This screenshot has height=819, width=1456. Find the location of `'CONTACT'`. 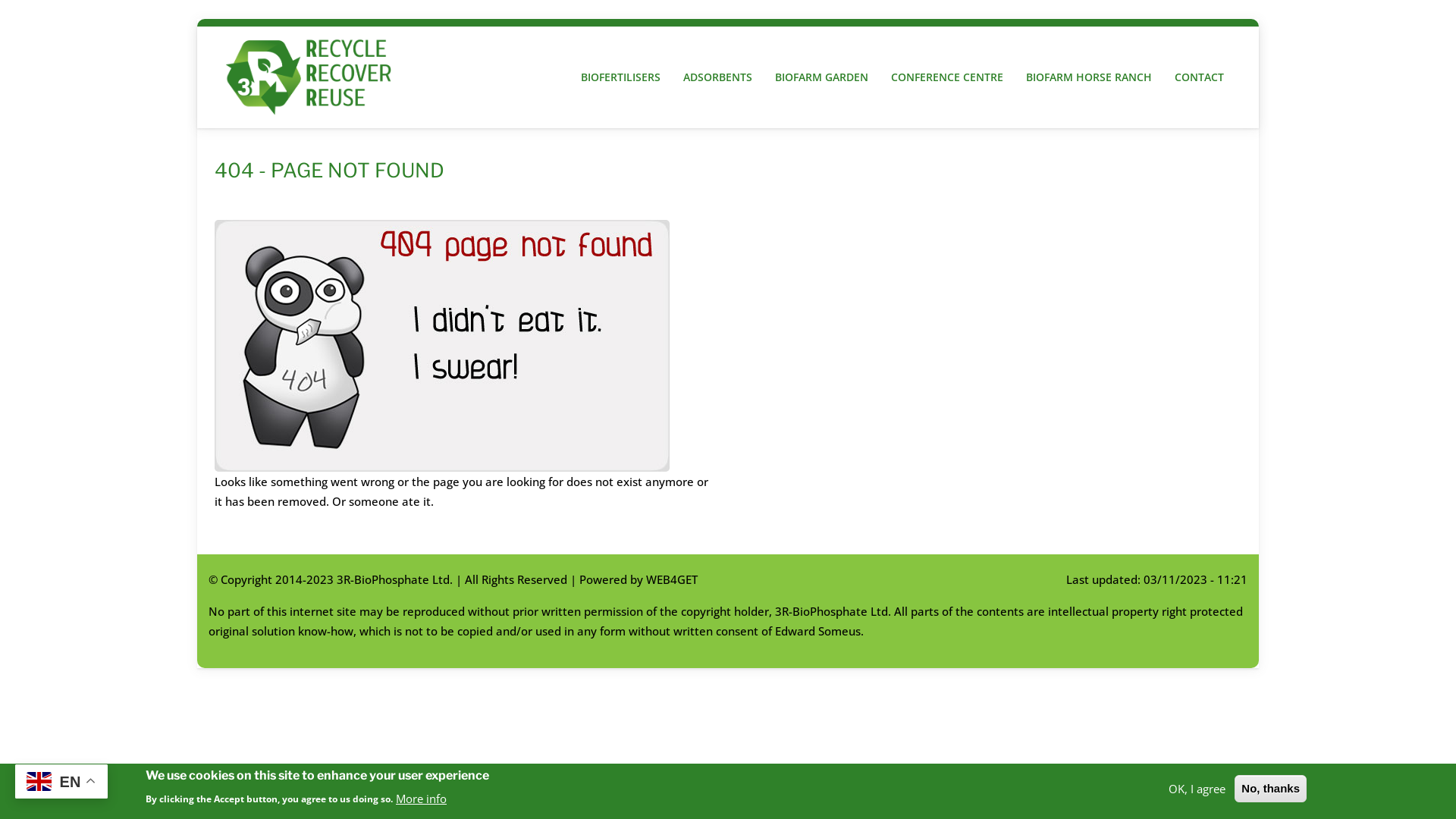

'CONTACT' is located at coordinates (1198, 77).